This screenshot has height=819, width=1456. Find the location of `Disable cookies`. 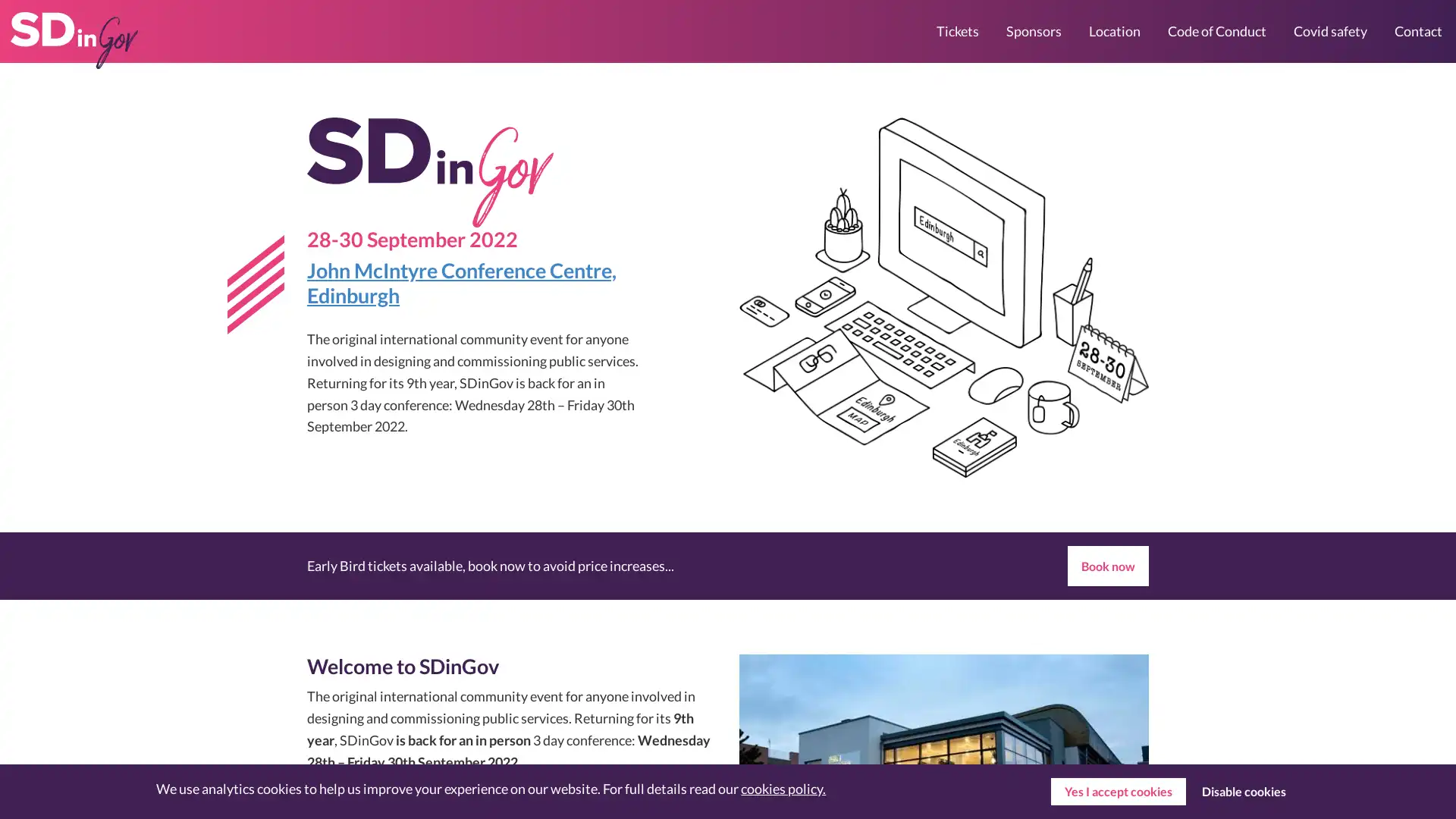

Disable cookies is located at coordinates (1243, 791).